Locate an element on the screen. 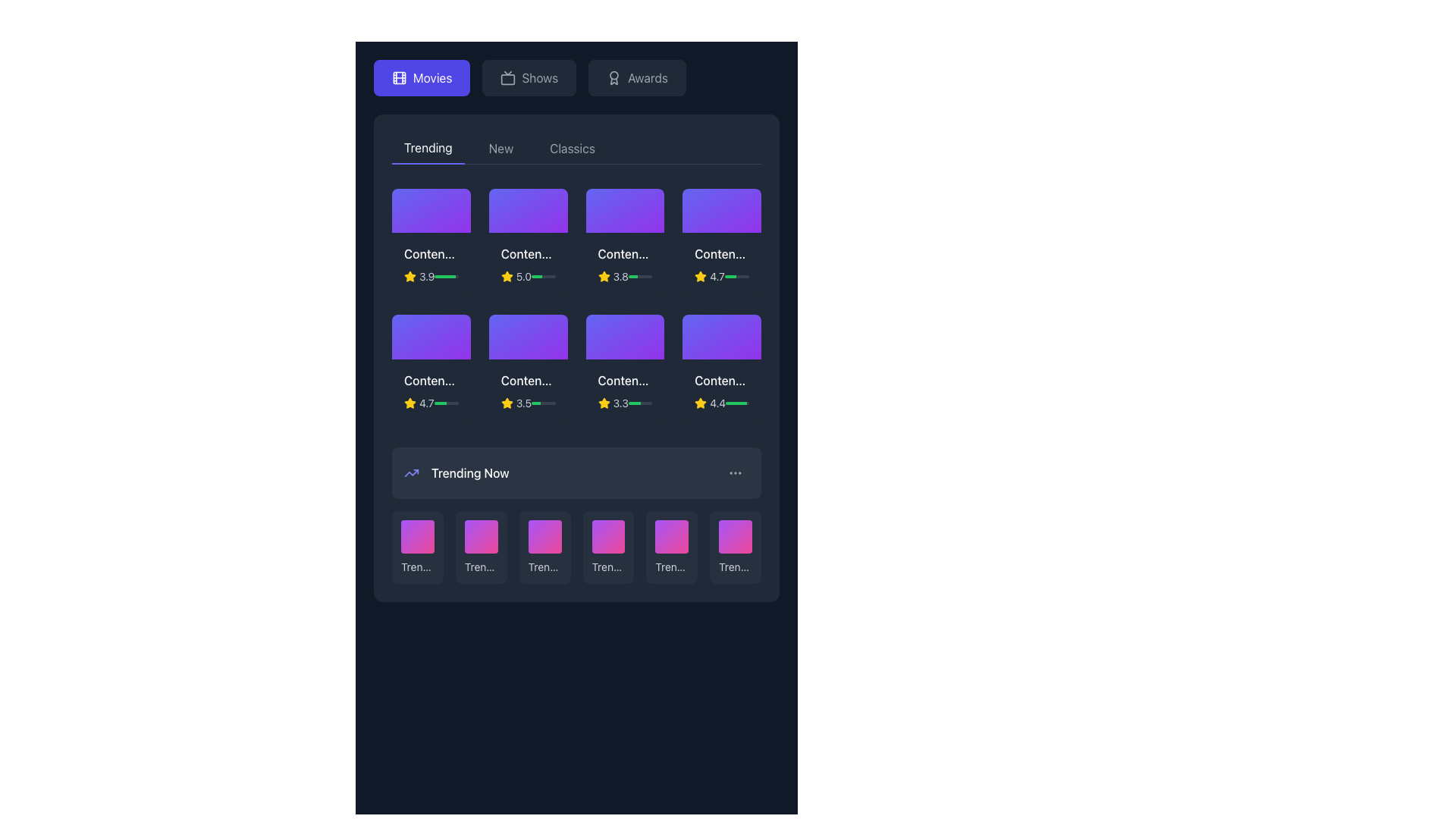  the Card Component located in the fourth column of the top row under the 'Trending' tab is located at coordinates (721, 264).